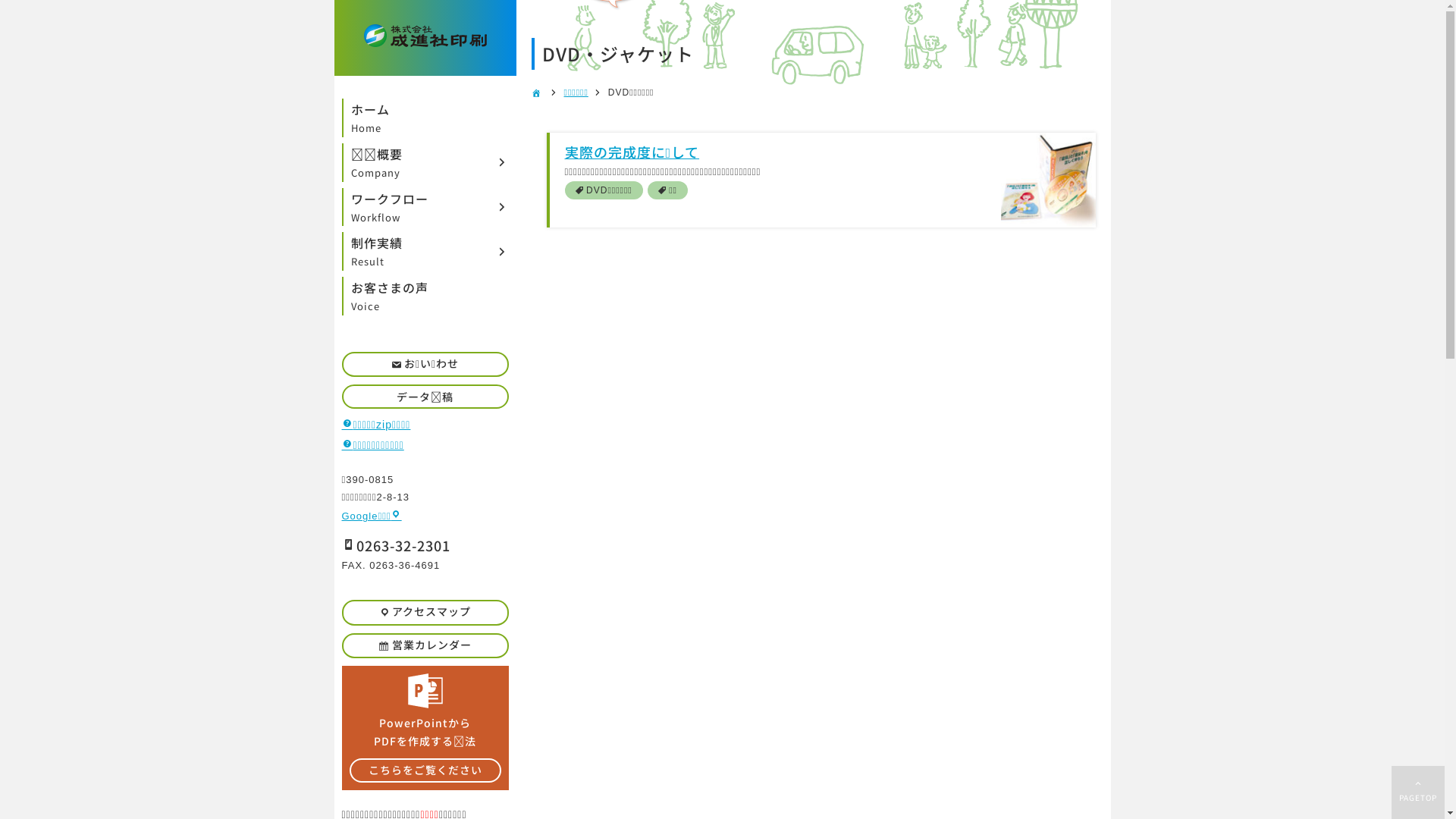 The image size is (1456, 819). Describe the element at coordinates (395, 544) in the screenshot. I see `'0263-32-2301'` at that location.